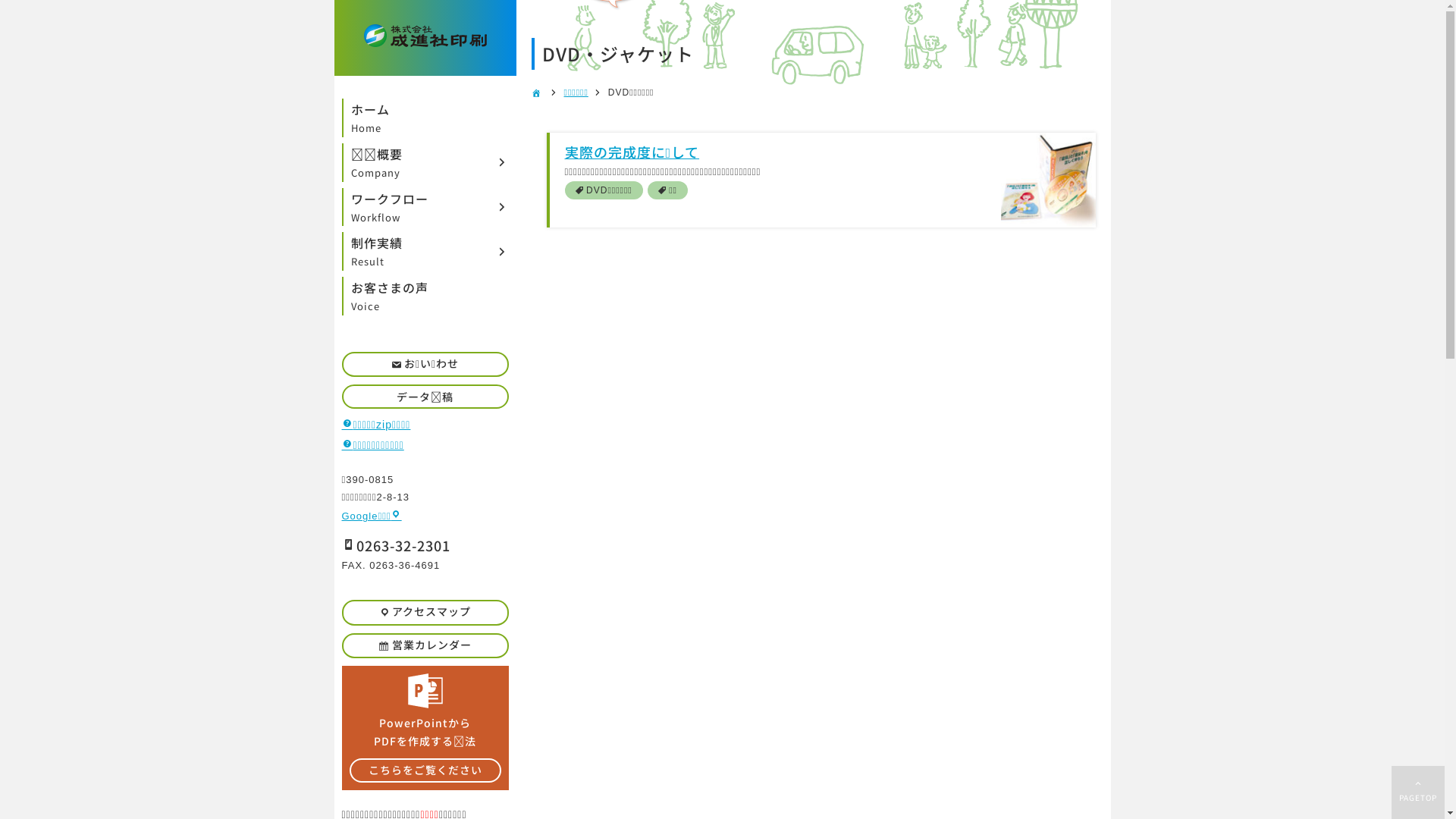 The image size is (1456, 819). Describe the element at coordinates (395, 544) in the screenshot. I see `'0263-32-2301'` at that location.